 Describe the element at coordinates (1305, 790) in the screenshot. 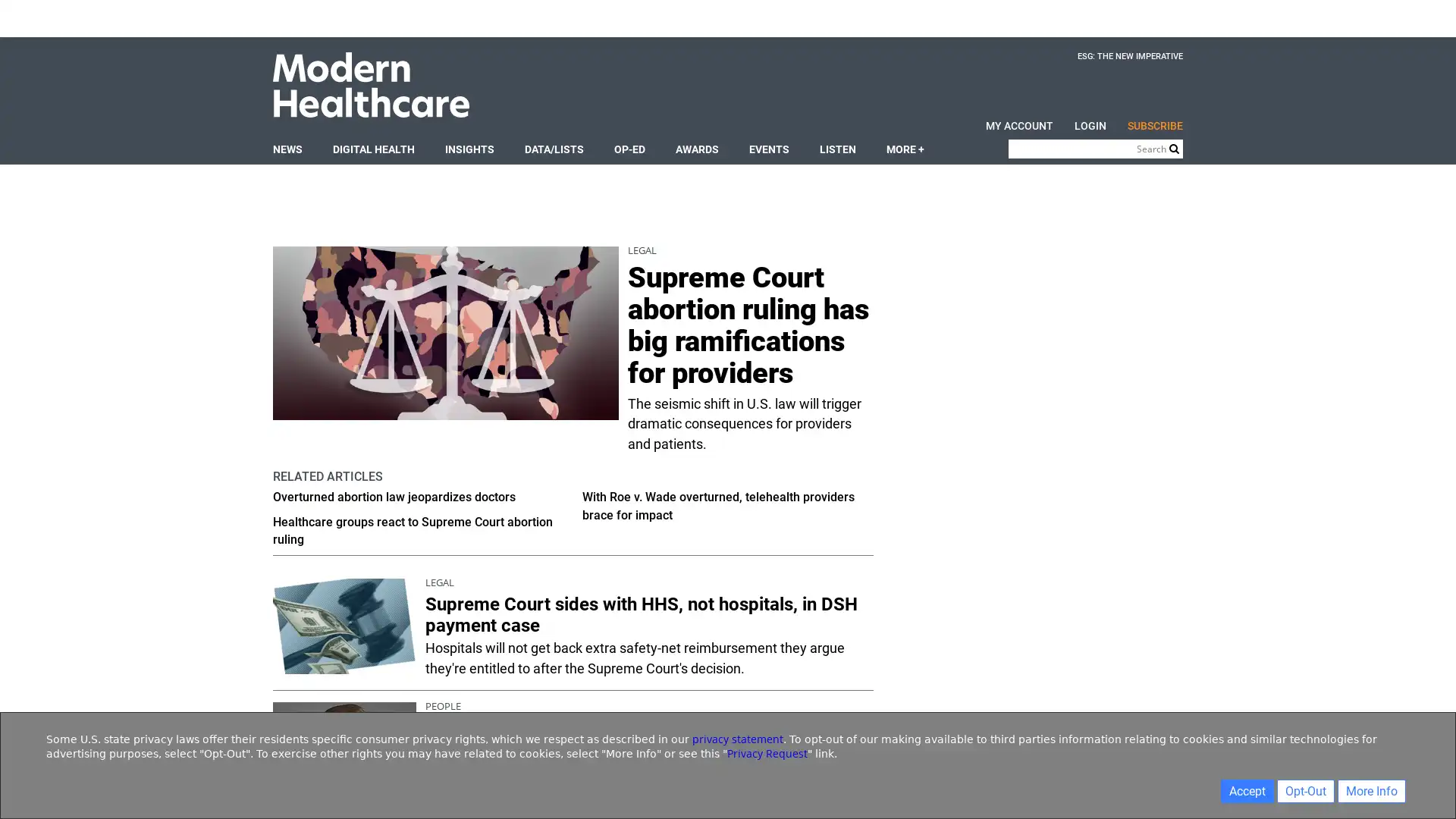

I see `Opt-Out` at that location.